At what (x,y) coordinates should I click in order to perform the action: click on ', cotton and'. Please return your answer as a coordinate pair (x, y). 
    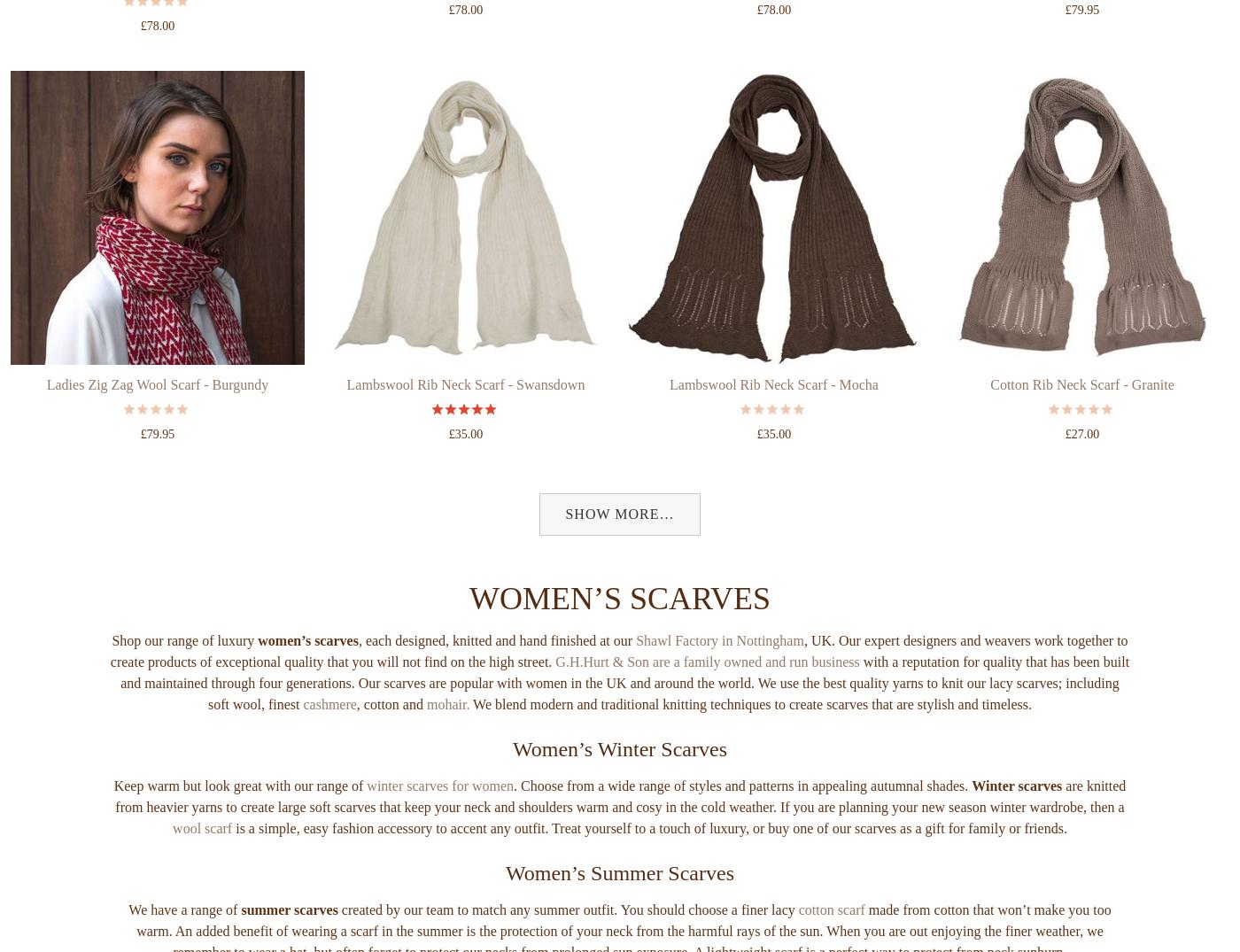
    Looking at the image, I should click on (391, 770).